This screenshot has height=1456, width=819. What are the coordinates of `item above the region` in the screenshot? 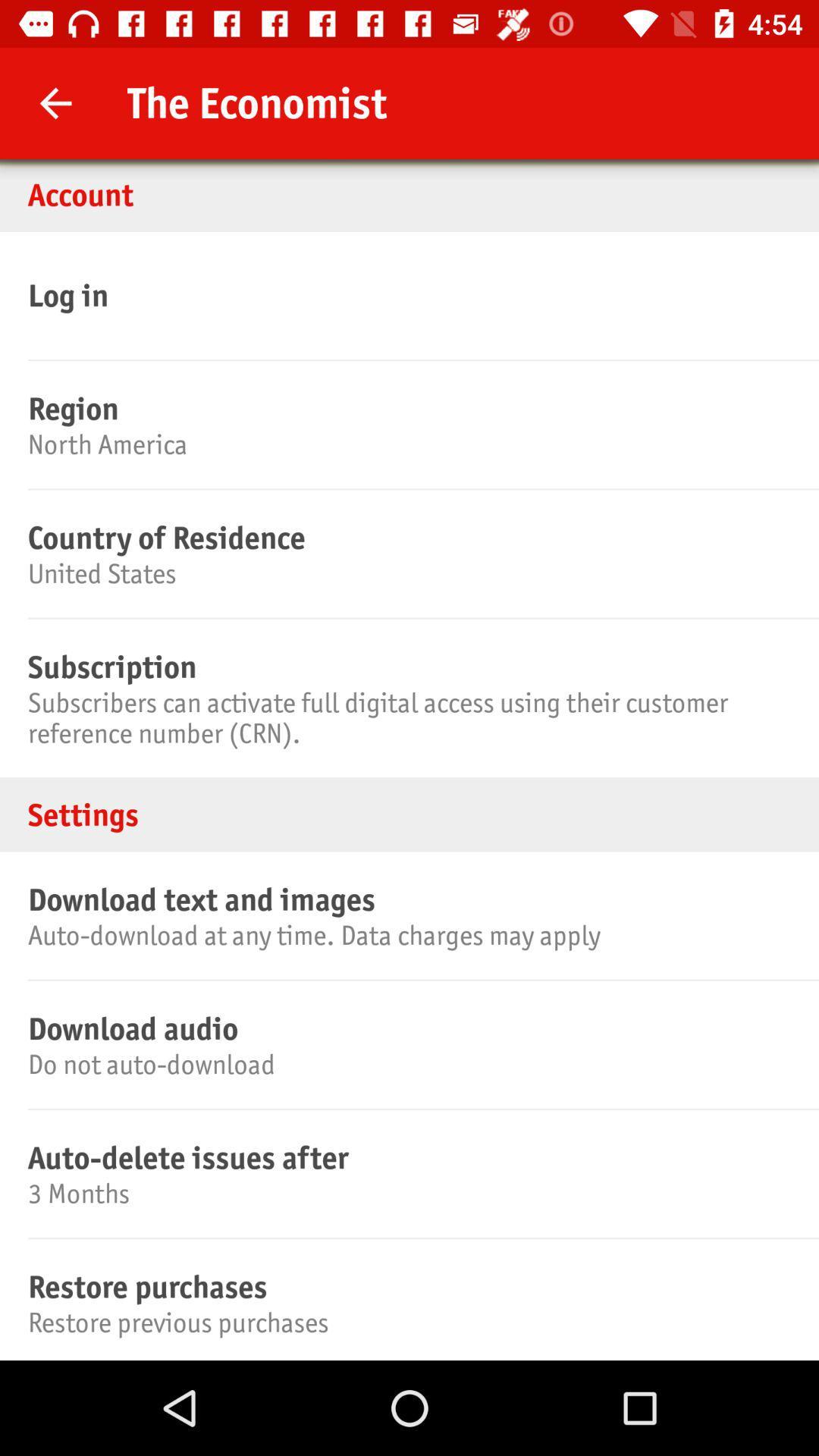 It's located at (406, 295).